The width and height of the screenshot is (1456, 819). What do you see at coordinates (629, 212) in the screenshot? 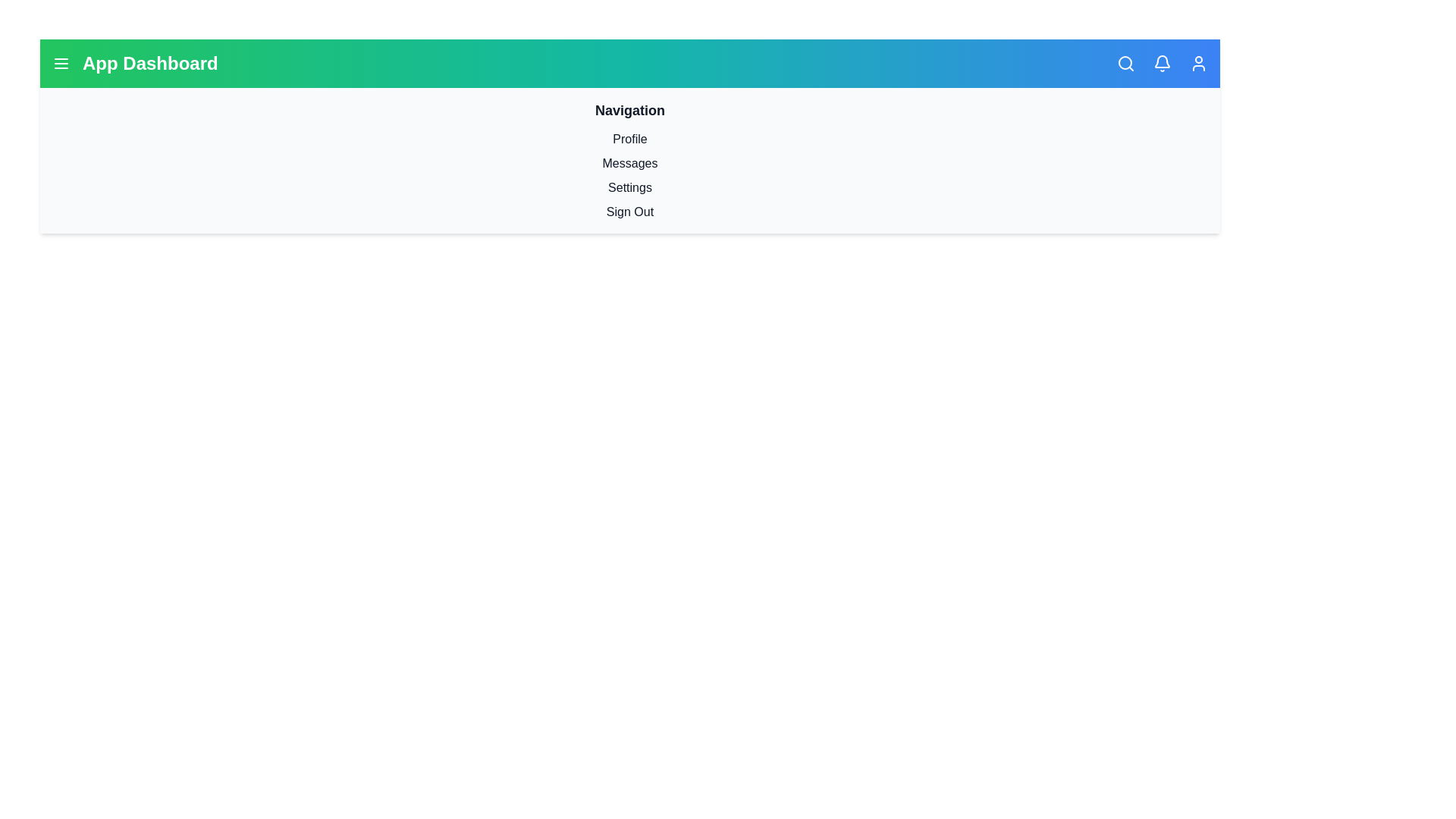
I see `the menu item Sign Out to observe its hover effect` at bounding box center [629, 212].